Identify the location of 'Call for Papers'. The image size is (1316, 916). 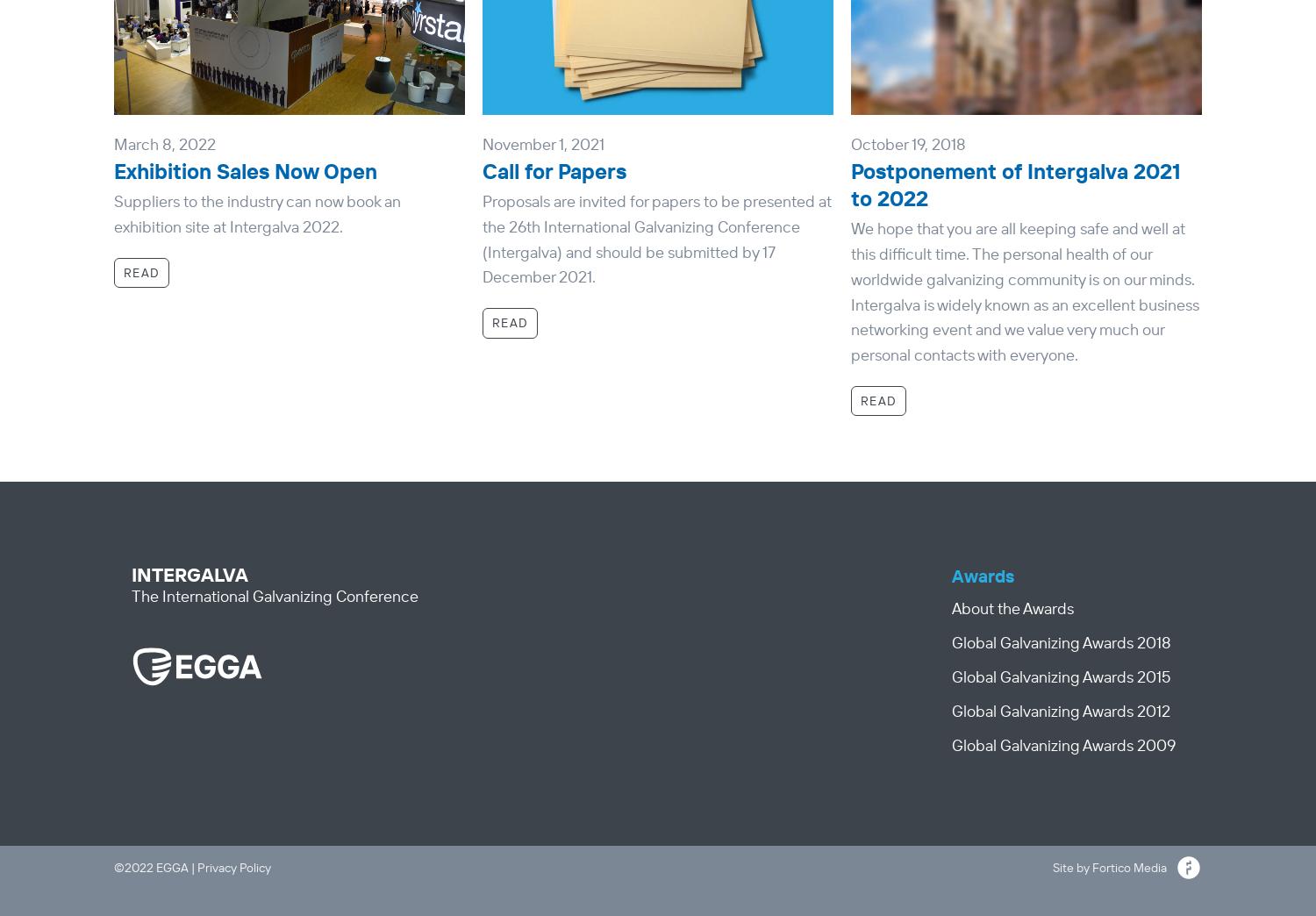
(554, 168).